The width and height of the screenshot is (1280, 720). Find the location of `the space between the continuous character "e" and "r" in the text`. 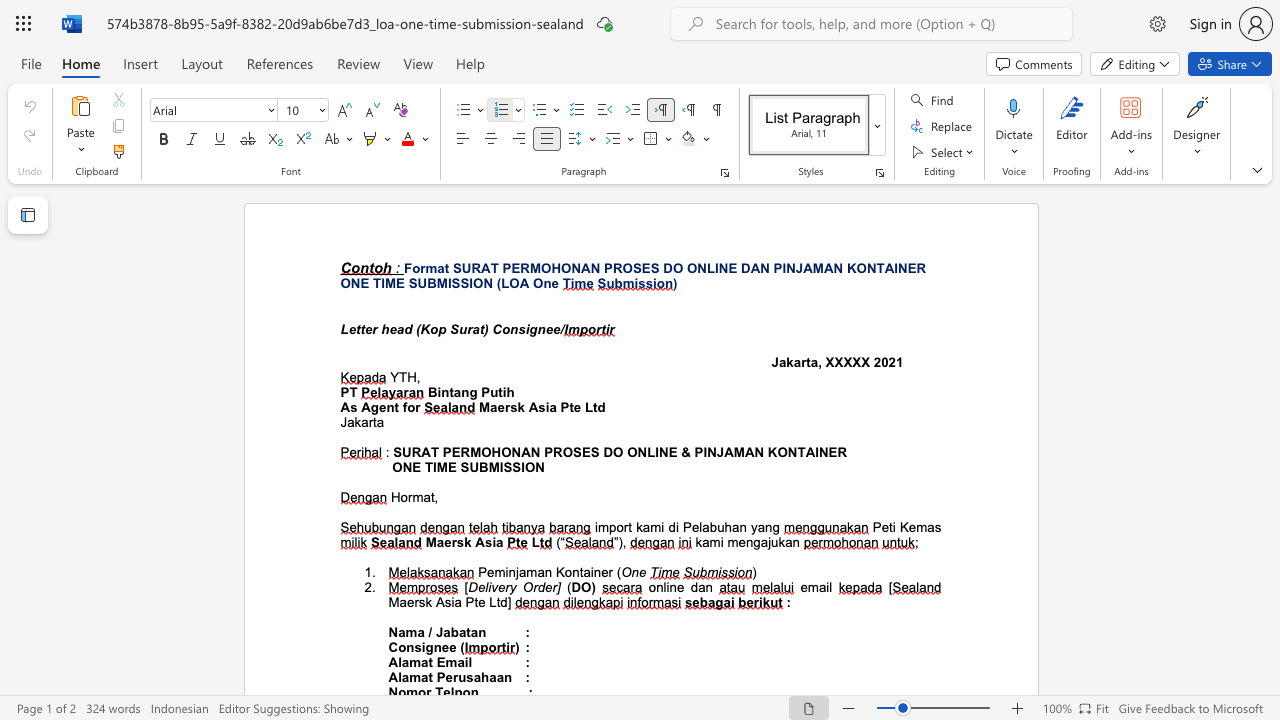

the space between the continuous character "e" and "r" in the text is located at coordinates (412, 601).